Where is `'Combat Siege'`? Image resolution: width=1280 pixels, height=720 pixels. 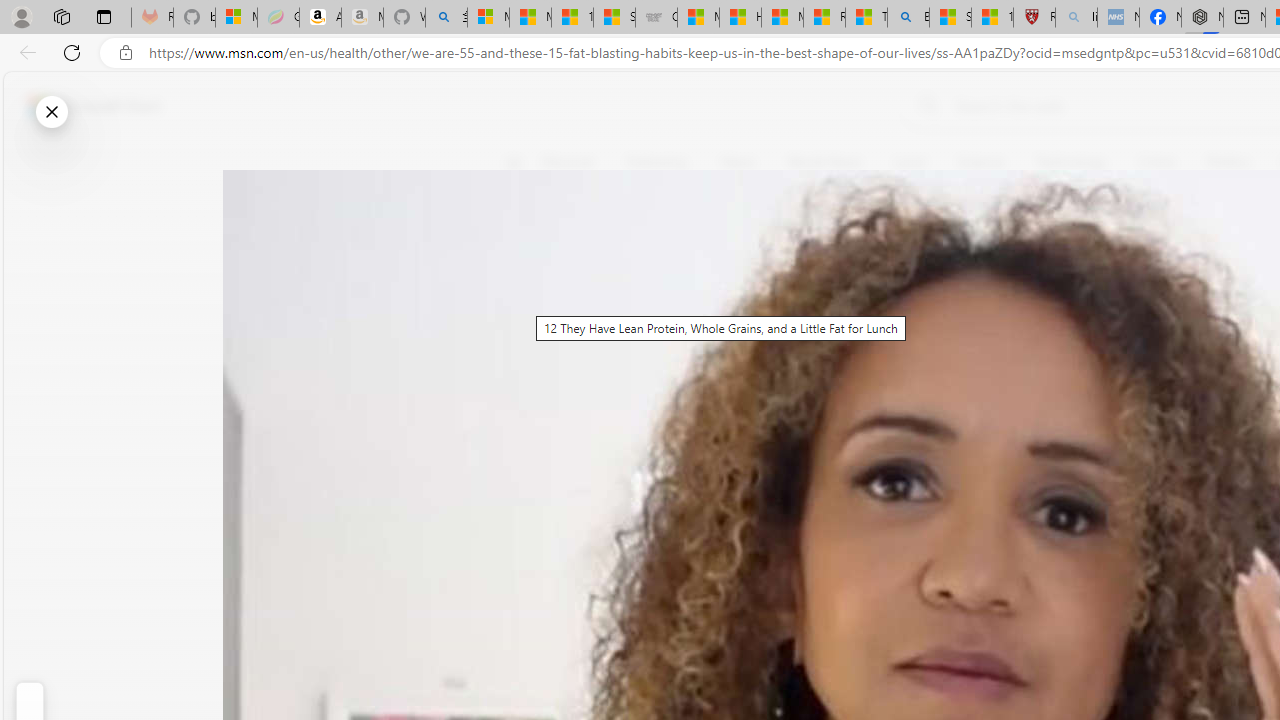
'Combat Siege' is located at coordinates (656, 17).